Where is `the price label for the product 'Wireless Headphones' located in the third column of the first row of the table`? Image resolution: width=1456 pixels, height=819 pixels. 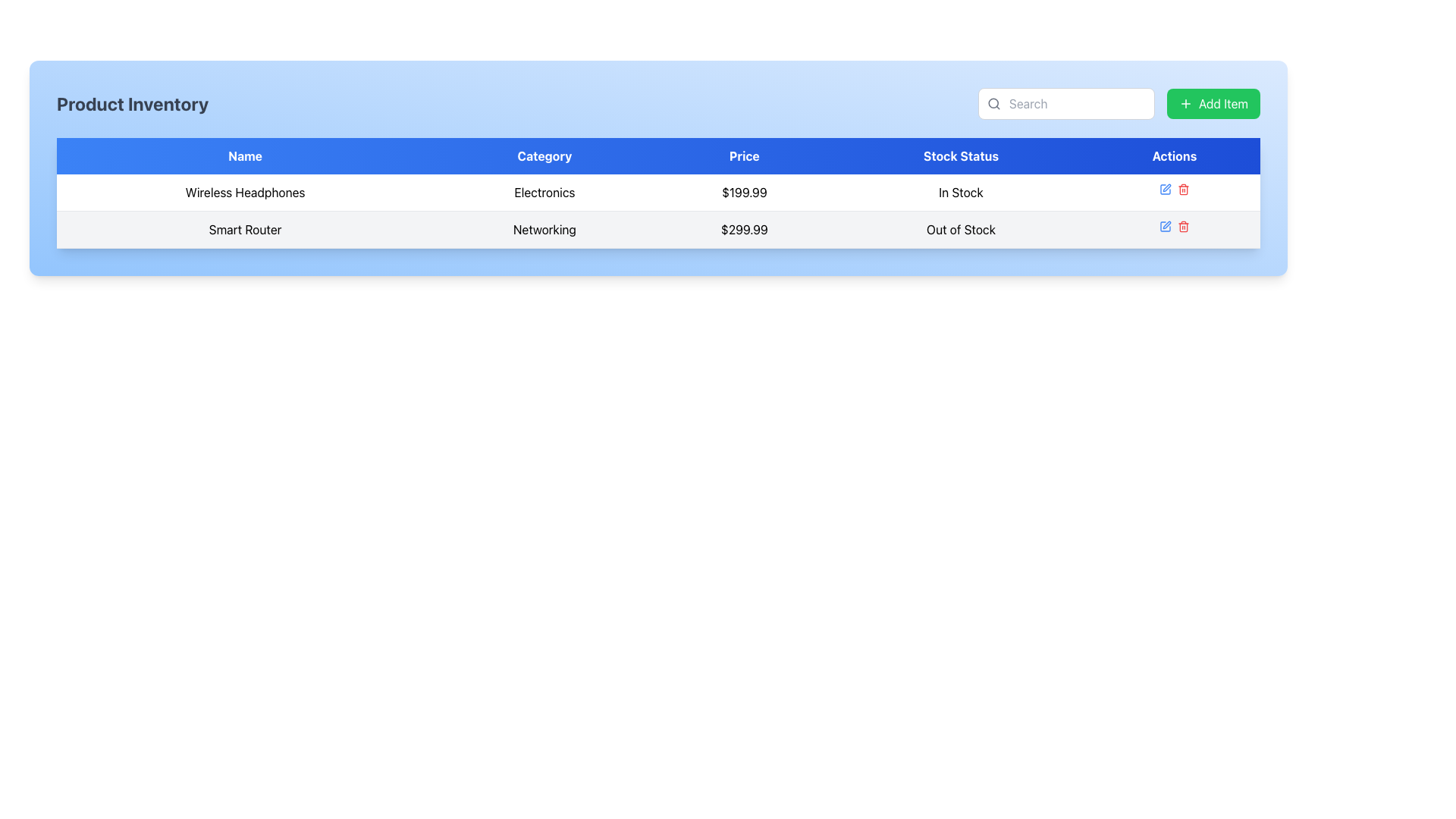 the price label for the product 'Wireless Headphones' located in the third column of the first row of the table is located at coordinates (744, 192).